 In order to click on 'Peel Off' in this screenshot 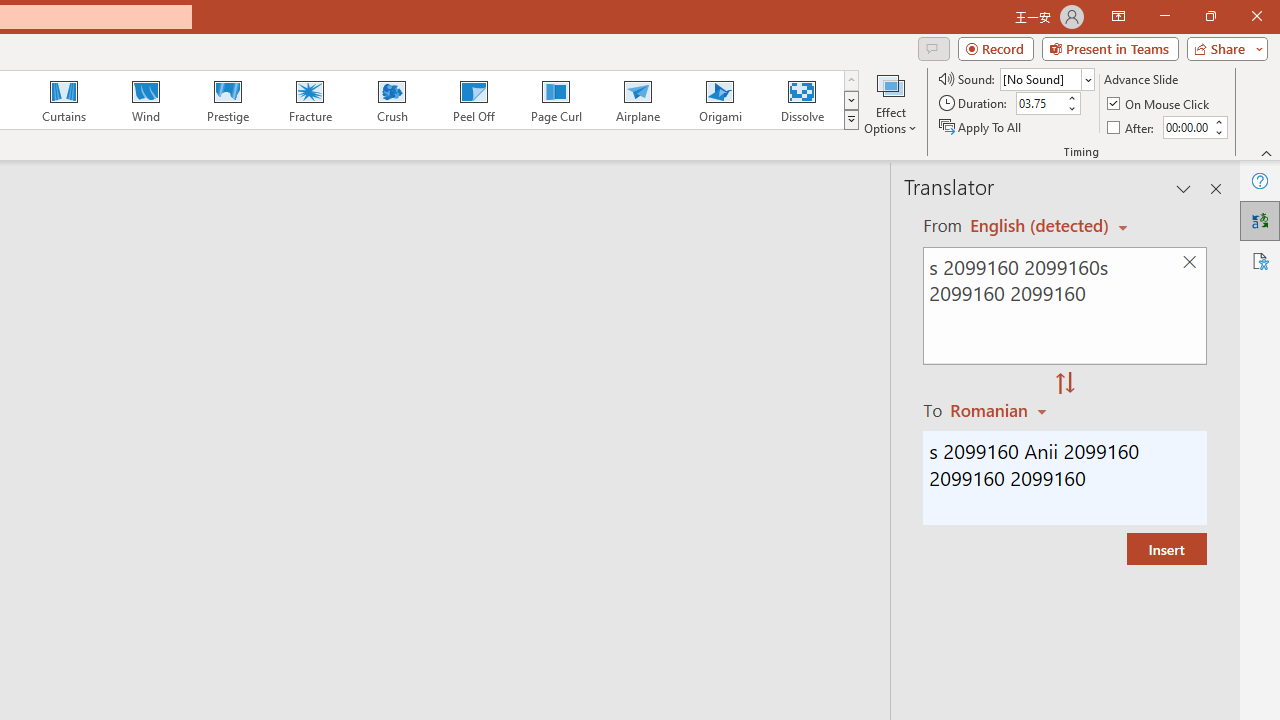, I will do `click(472, 100)`.